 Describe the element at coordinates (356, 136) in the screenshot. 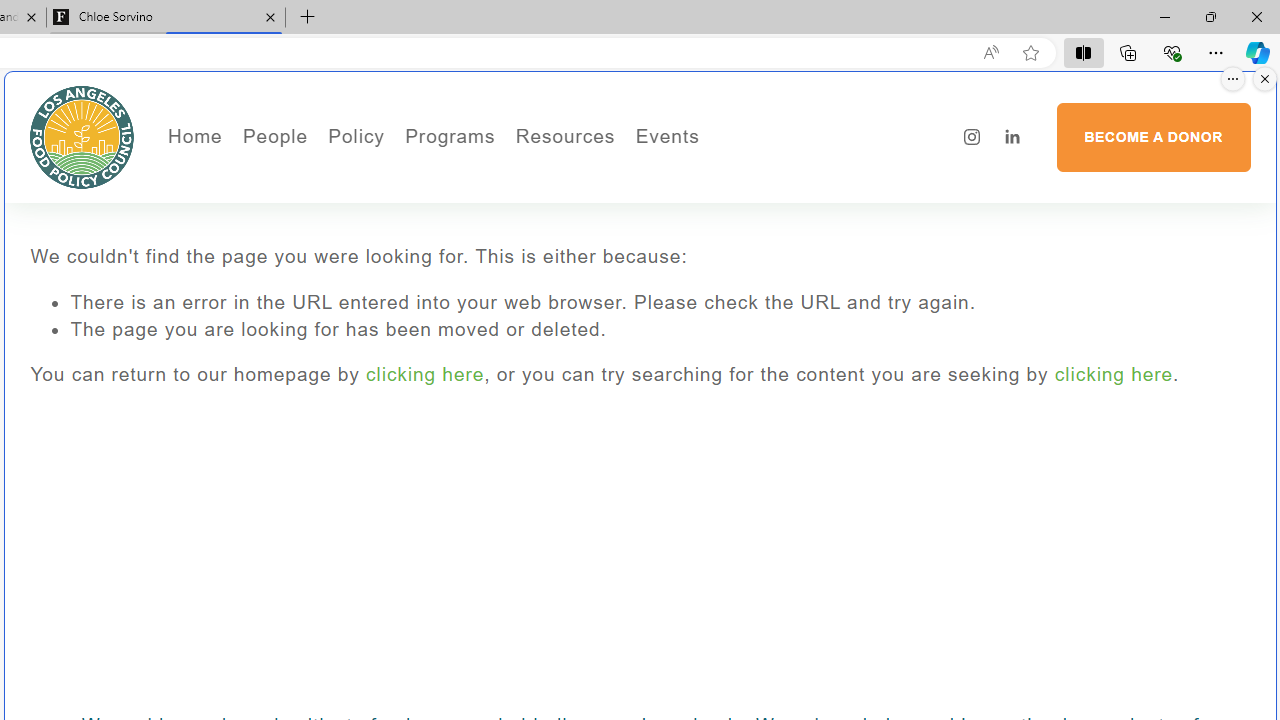

I see `'Policy'` at that location.